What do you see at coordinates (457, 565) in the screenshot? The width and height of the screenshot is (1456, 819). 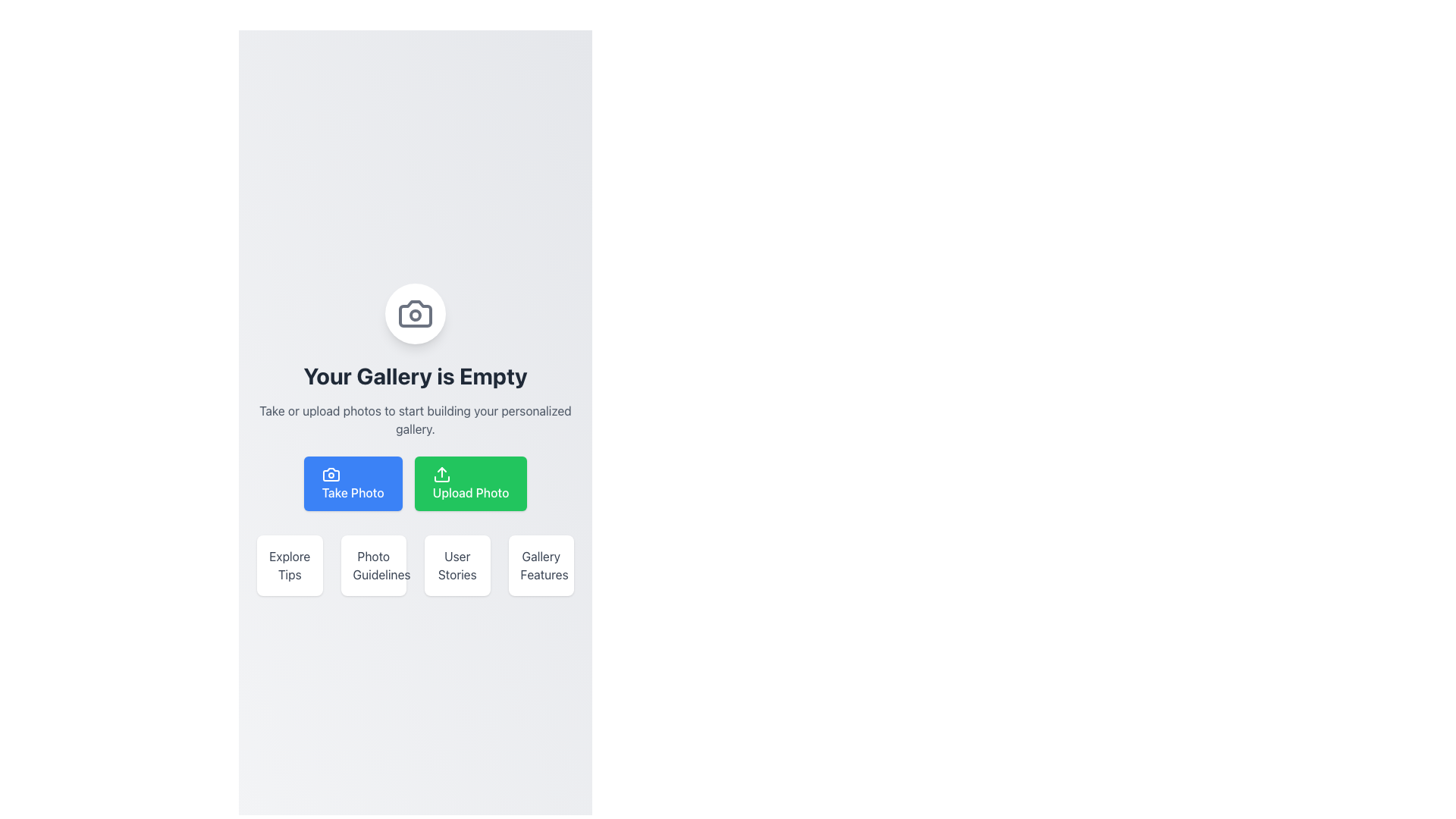 I see `the 'User Stories' button, which is the third button in a grid layout located on the bottom row, between 'Photo Guidelines' and 'Gallery Features', to possibly reveal additional information` at bounding box center [457, 565].